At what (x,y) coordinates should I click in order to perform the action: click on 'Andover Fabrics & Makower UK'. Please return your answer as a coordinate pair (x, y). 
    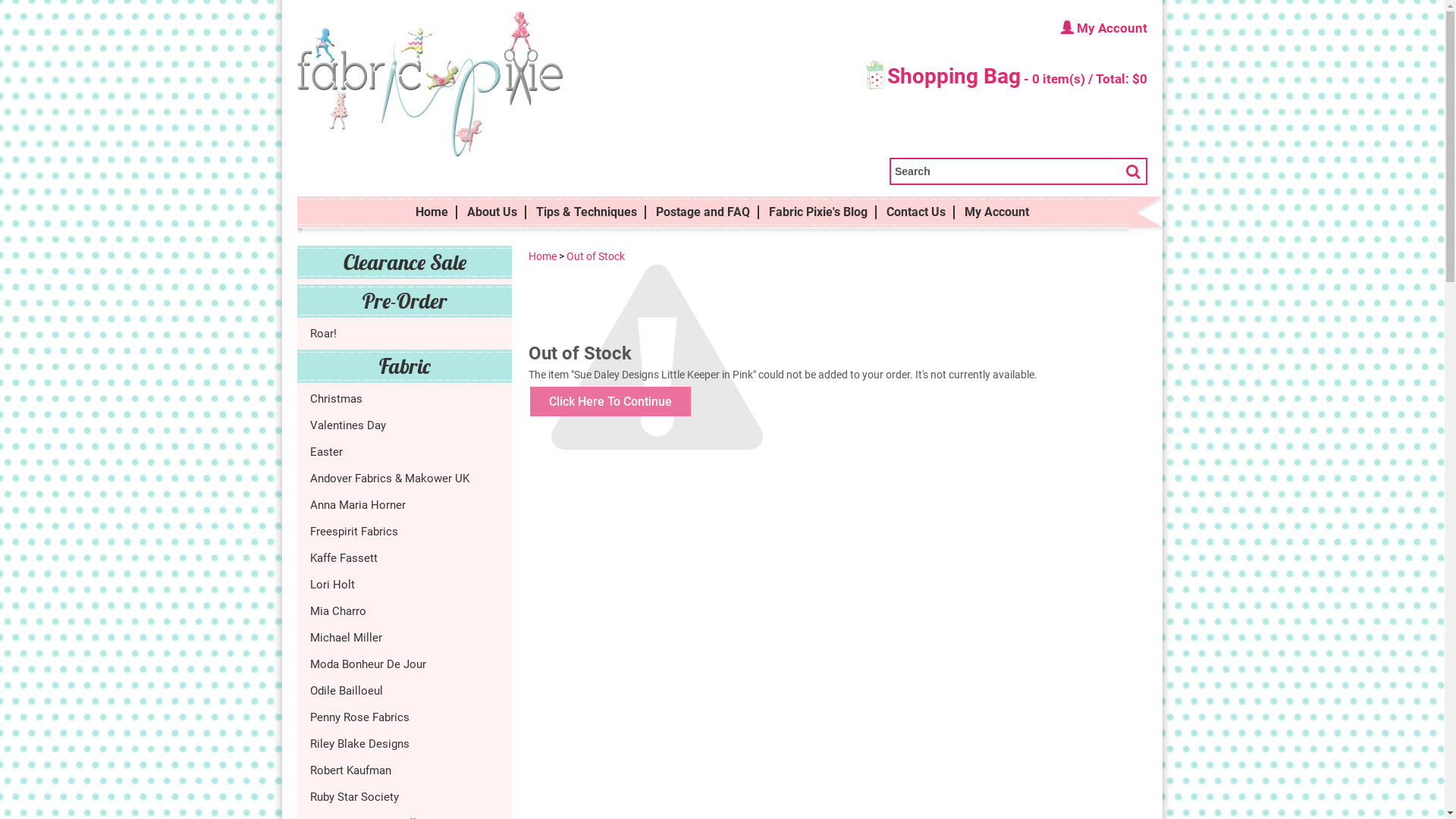
    Looking at the image, I should click on (404, 476).